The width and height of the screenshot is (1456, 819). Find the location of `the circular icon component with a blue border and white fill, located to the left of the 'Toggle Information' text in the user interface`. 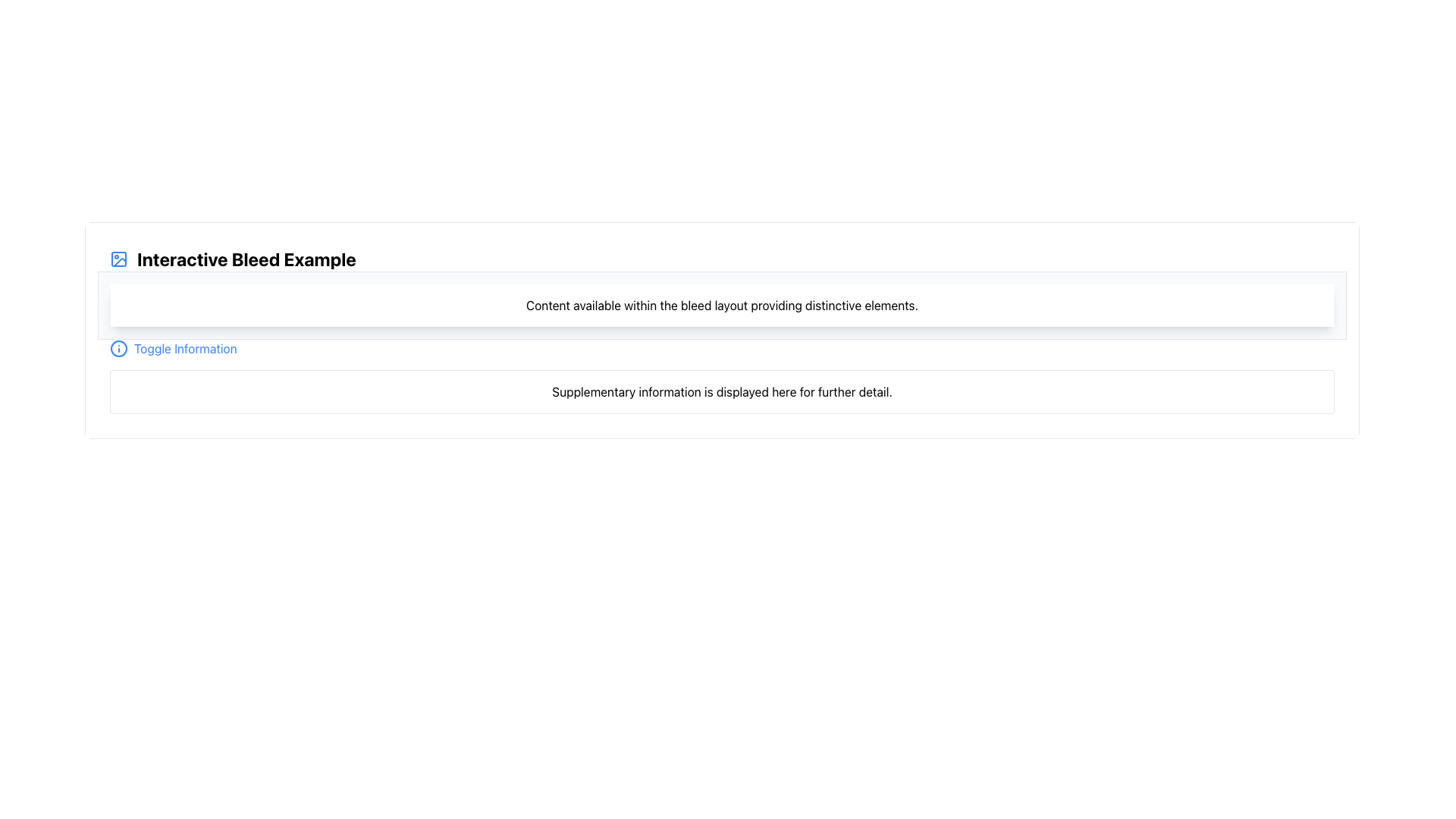

the circular icon component with a blue border and white fill, located to the left of the 'Toggle Information' text in the user interface is located at coordinates (118, 348).